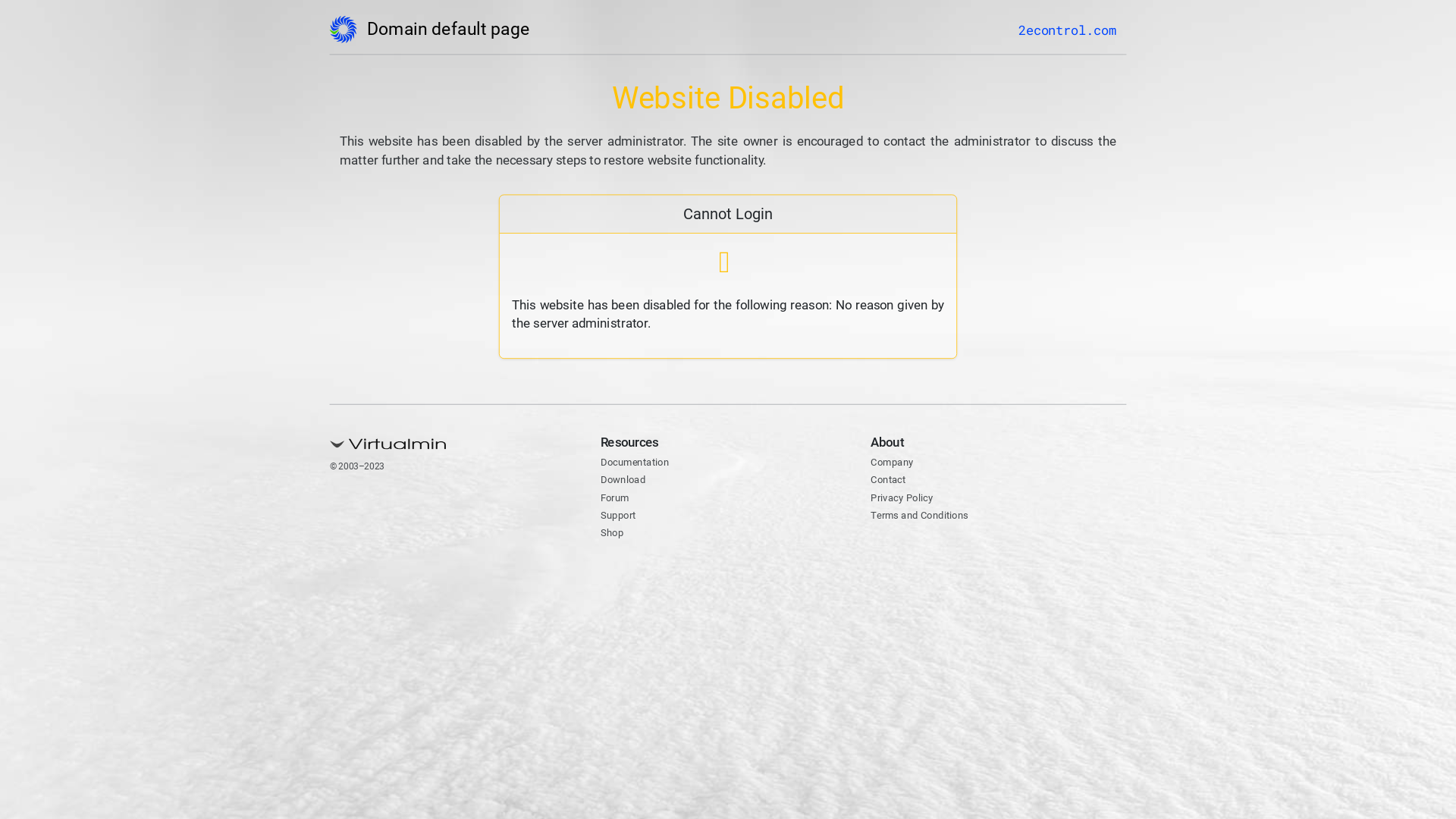 The image size is (1456, 819). What do you see at coordinates (642, 463) in the screenshot?
I see `'Documentation'` at bounding box center [642, 463].